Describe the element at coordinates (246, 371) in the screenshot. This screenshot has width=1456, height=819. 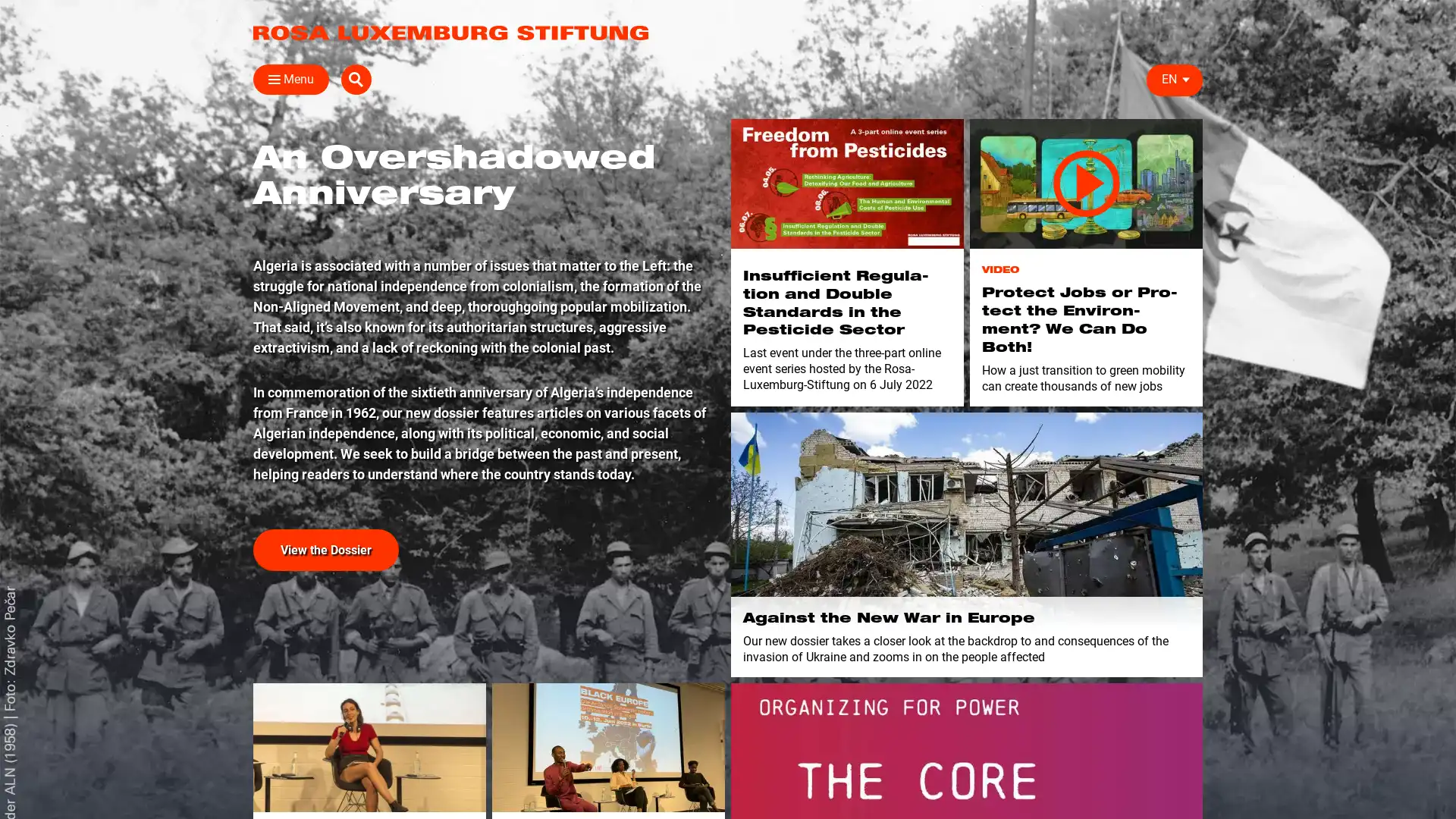
I see `Show more / less` at that location.